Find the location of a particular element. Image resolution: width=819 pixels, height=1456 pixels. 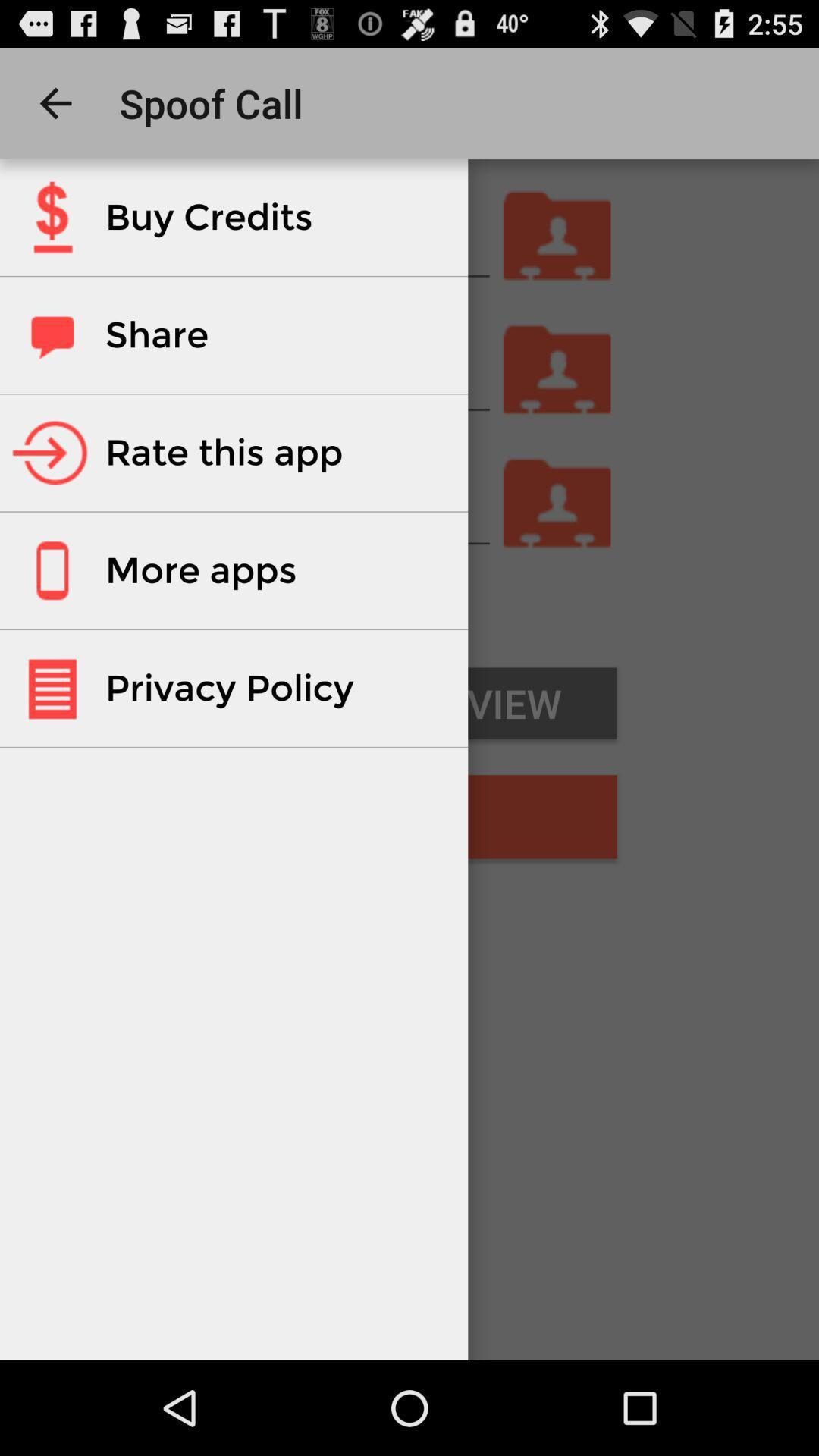

the folder icon is located at coordinates (557, 541).